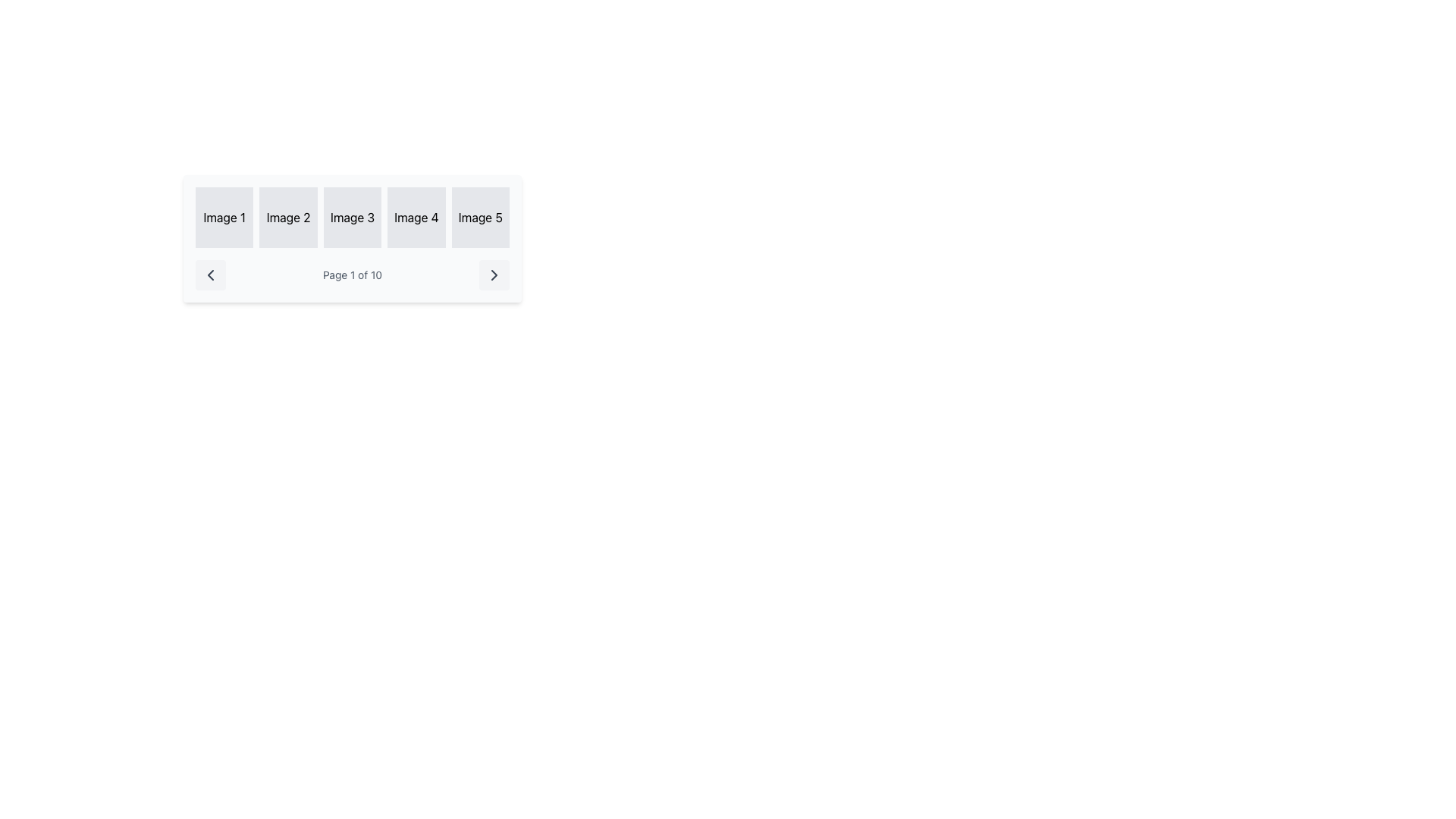 This screenshot has width=1456, height=819. What do you see at coordinates (352, 275) in the screenshot?
I see `the text displaying the current page number and total page count, which is centered horizontally between navigation areas in a paginated interface` at bounding box center [352, 275].